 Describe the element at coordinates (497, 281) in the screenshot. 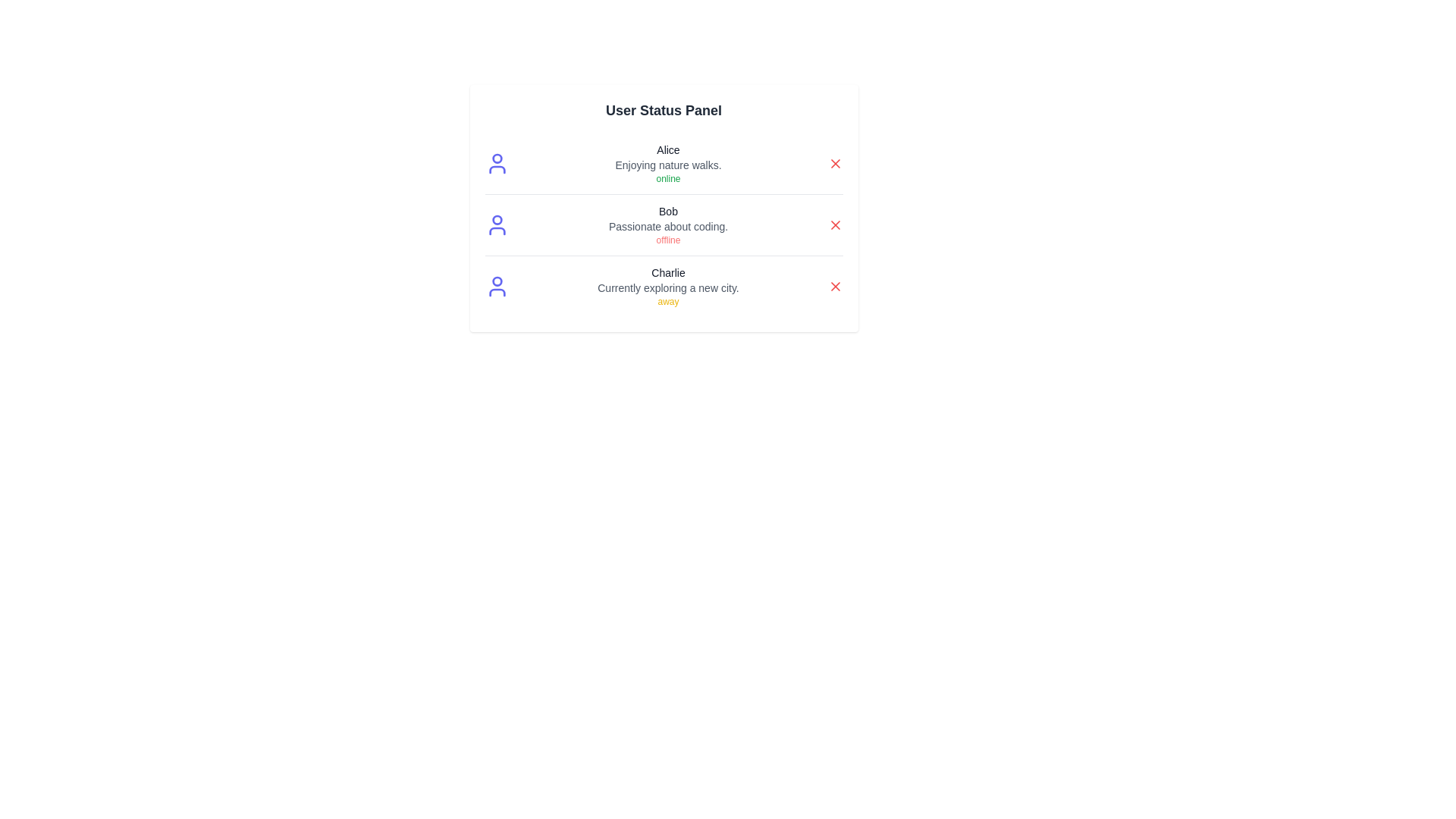

I see `the top-most circular part of the user icon representing an individual's head, located in the third row of a grid layout` at that location.